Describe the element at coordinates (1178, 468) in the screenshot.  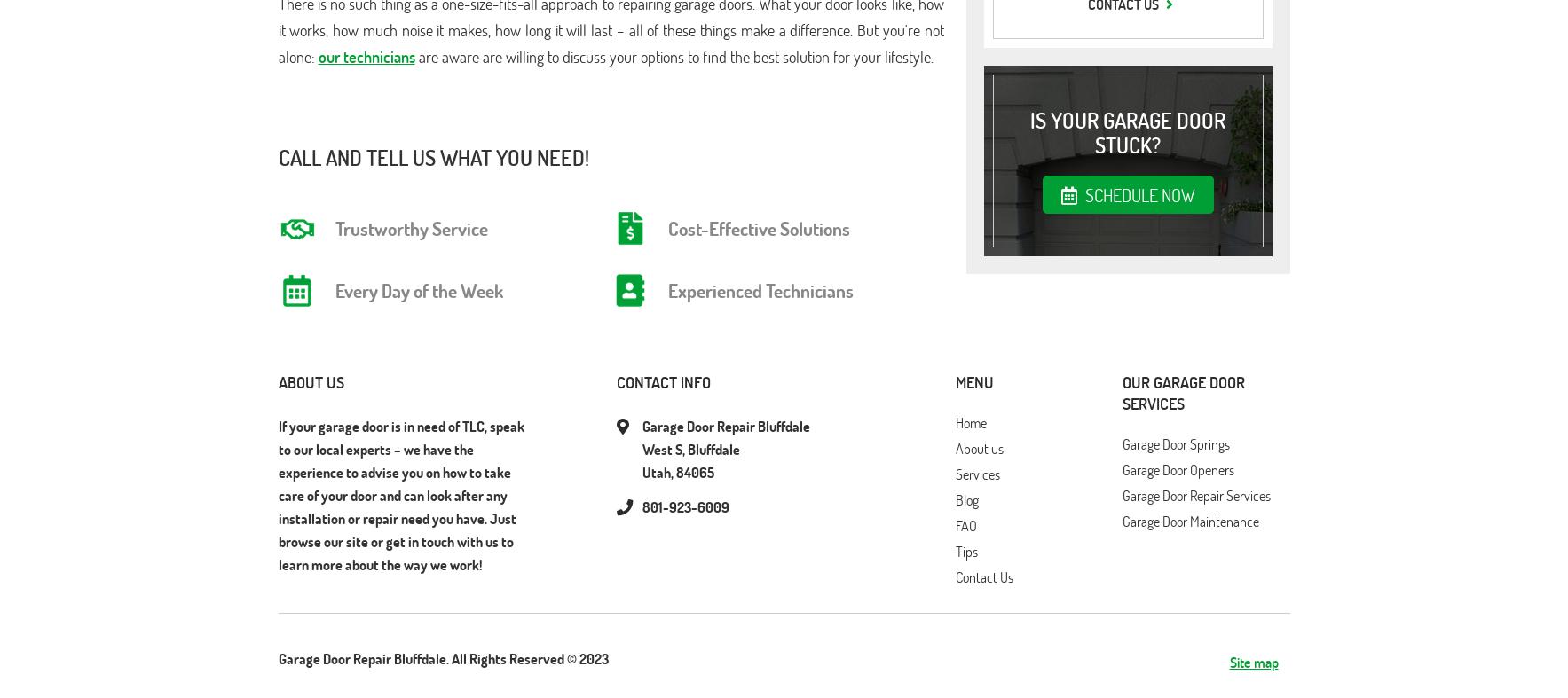
I see `'Garage Door Openers'` at that location.